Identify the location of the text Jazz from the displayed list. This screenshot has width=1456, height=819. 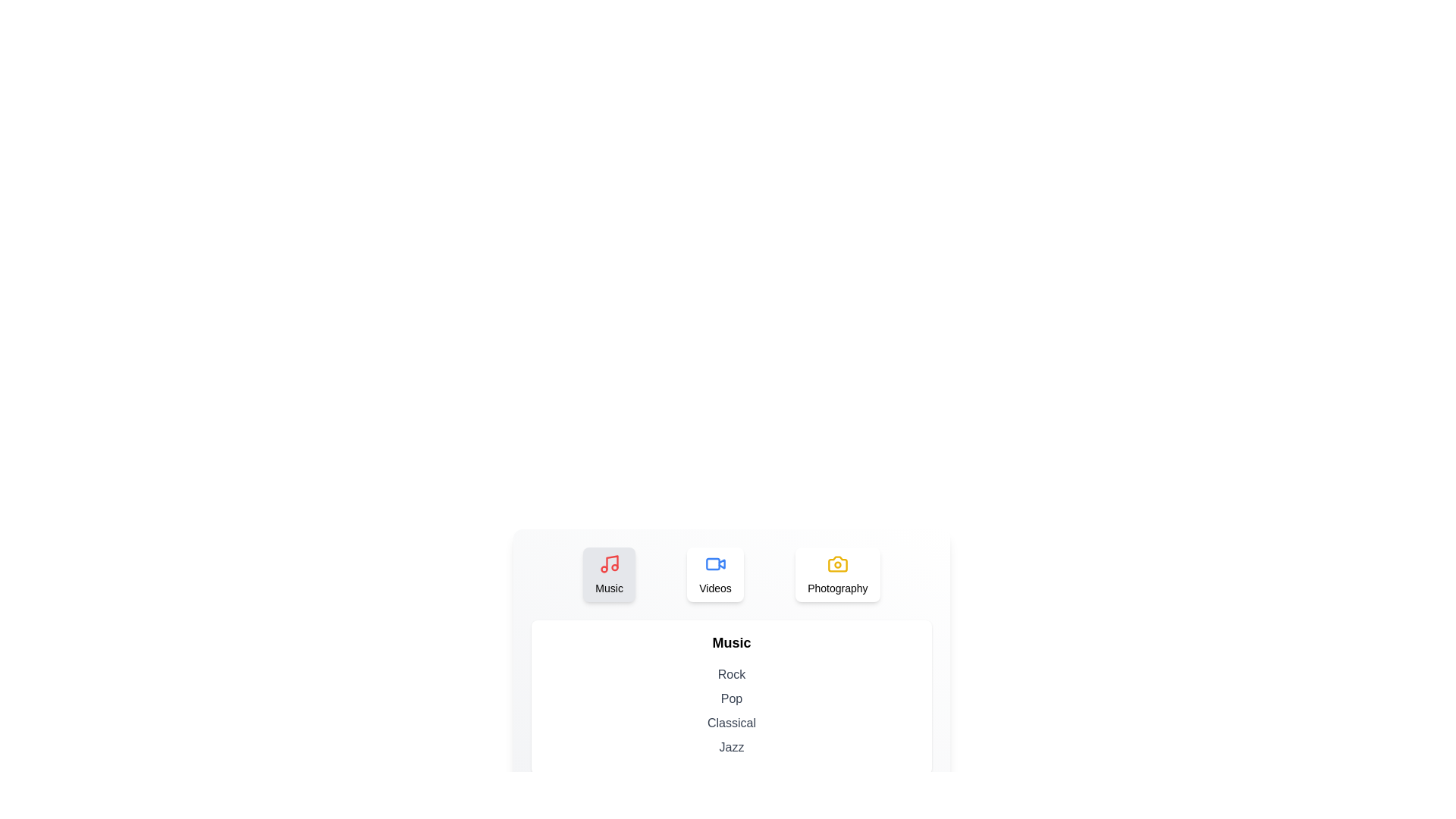
(731, 747).